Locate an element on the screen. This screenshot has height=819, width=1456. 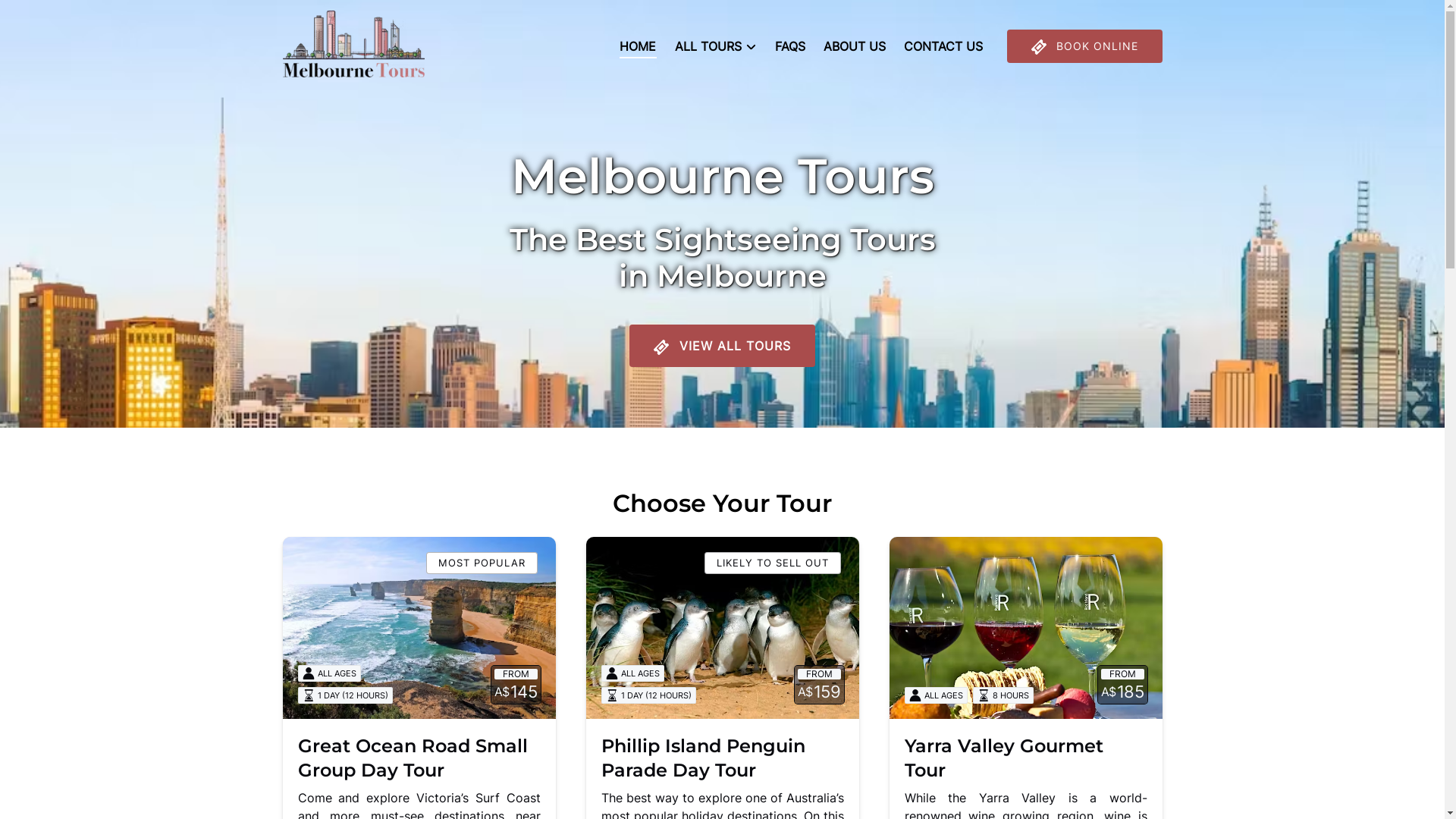
'HOME' is located at coordinates (610, 45).